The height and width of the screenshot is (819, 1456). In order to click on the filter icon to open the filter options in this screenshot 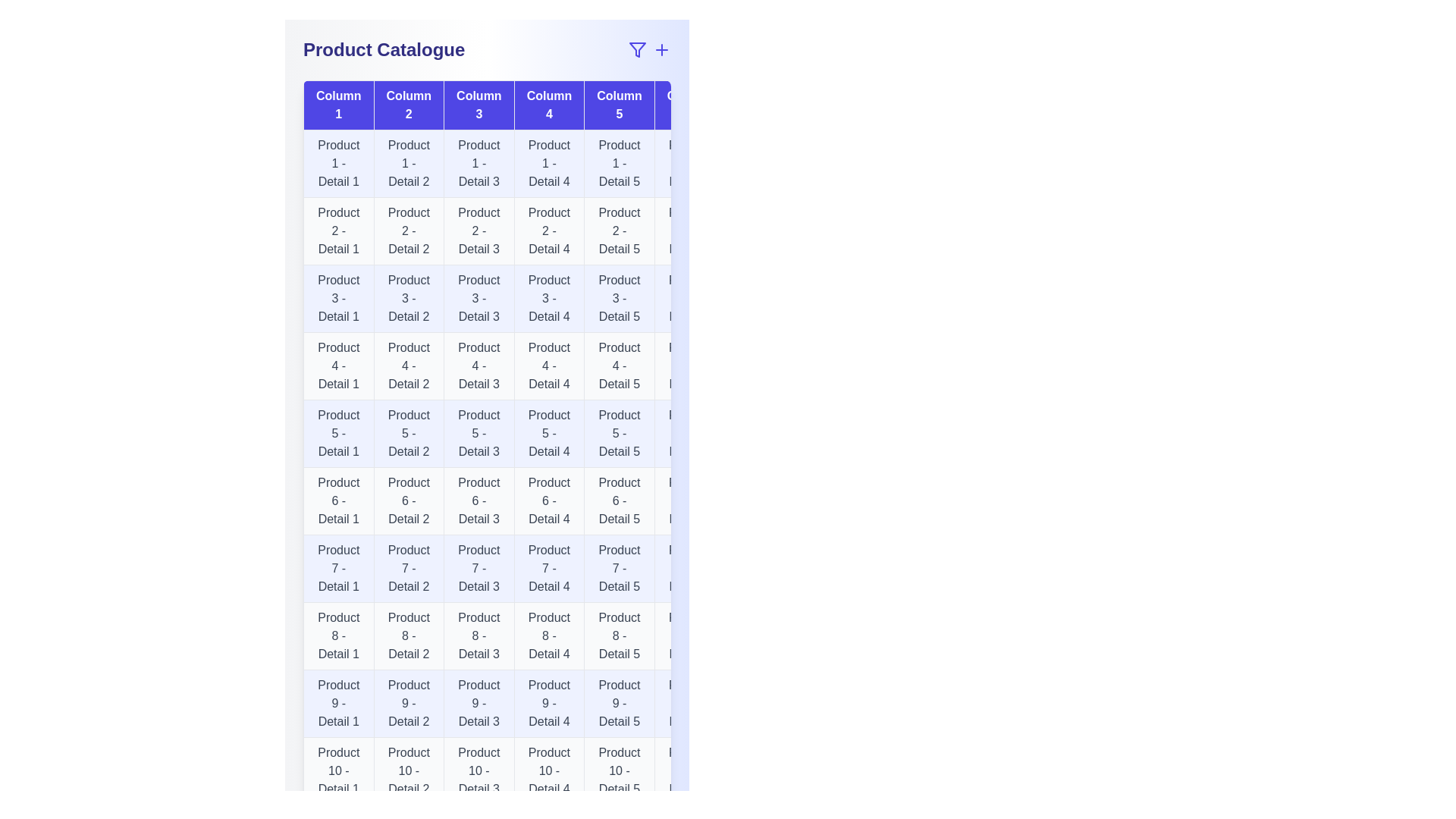, I will do `click(637, 49)`.